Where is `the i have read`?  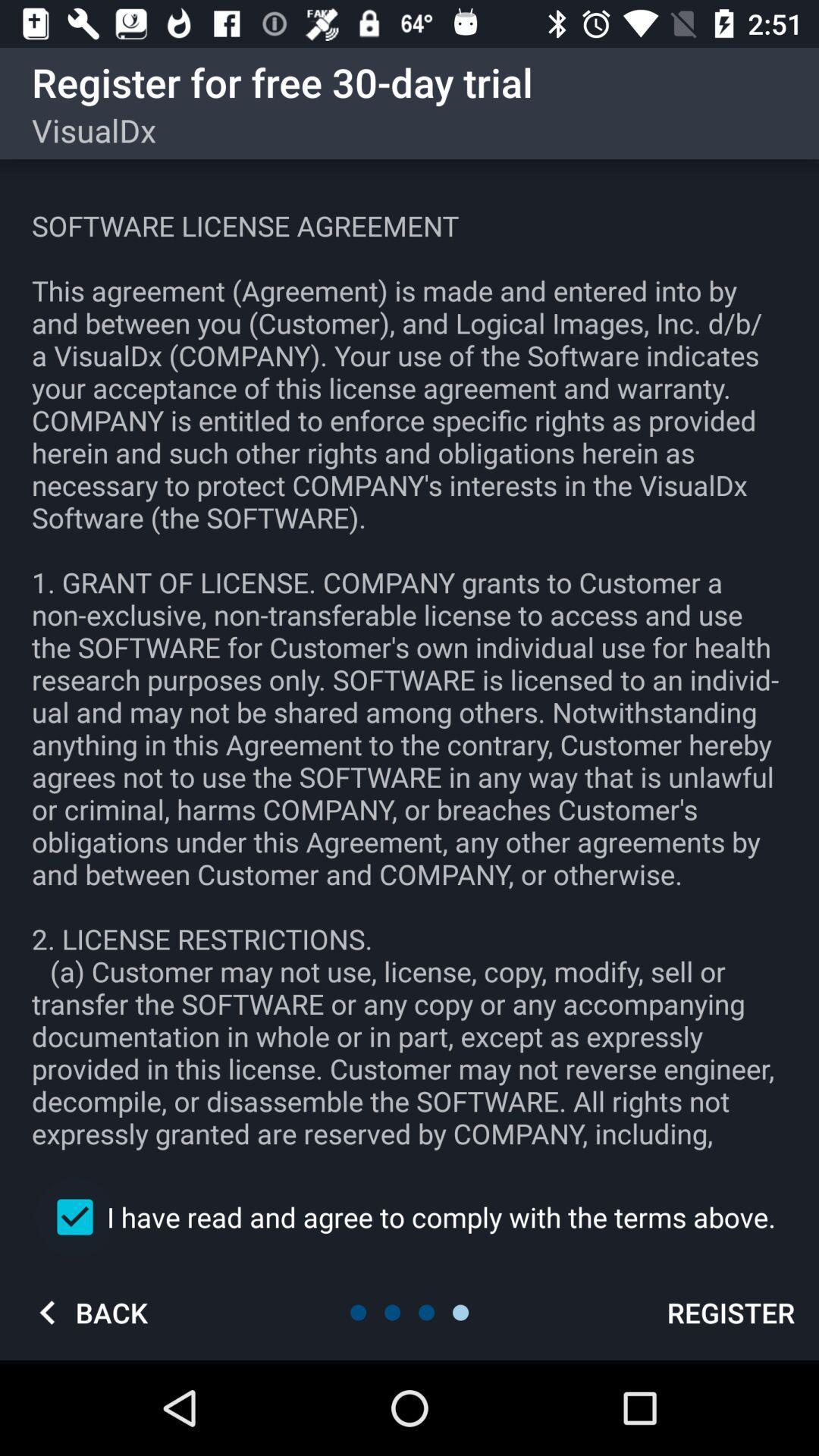
the i have read is located at coordinates (409, 1216).